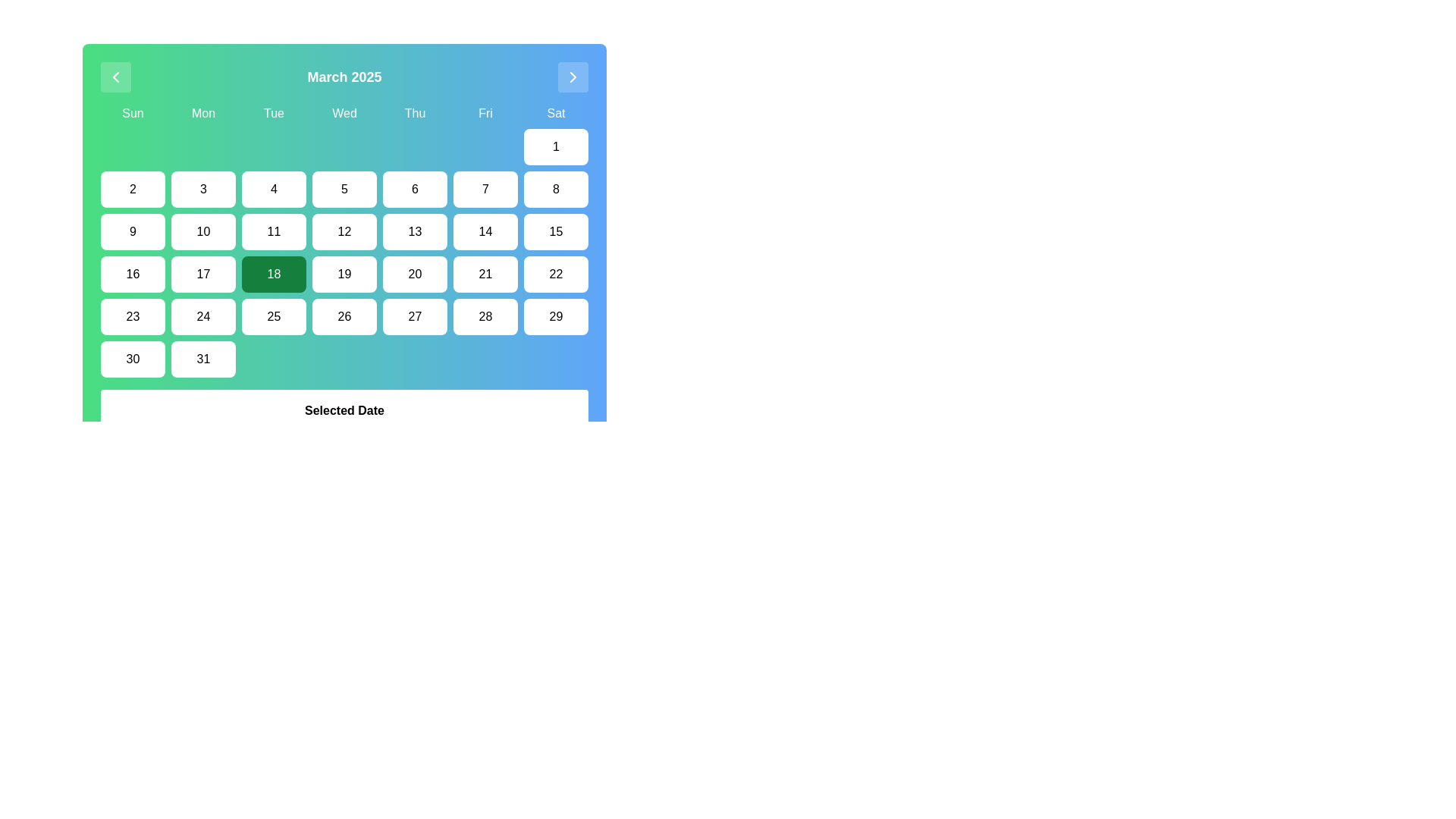 This screenshot has width=1456, height=819. What do you see at coordinates (133, 231) in the screenshot?
I see `the date button representing '9' in the calendar to observe its hover style change` at bounding box center [133, 231].